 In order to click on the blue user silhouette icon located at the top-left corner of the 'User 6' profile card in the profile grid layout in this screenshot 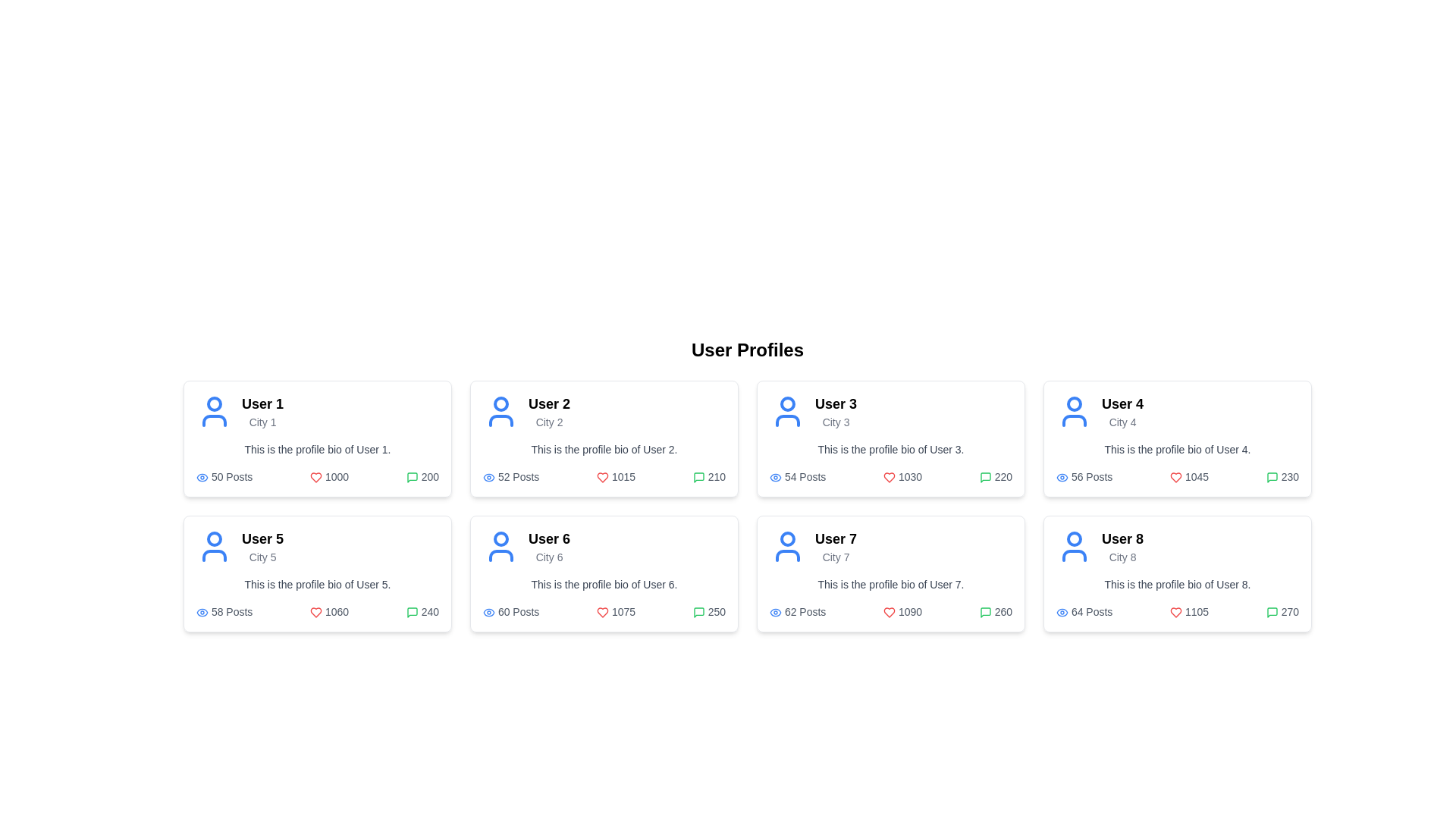, I will do `click(501, 547)`.